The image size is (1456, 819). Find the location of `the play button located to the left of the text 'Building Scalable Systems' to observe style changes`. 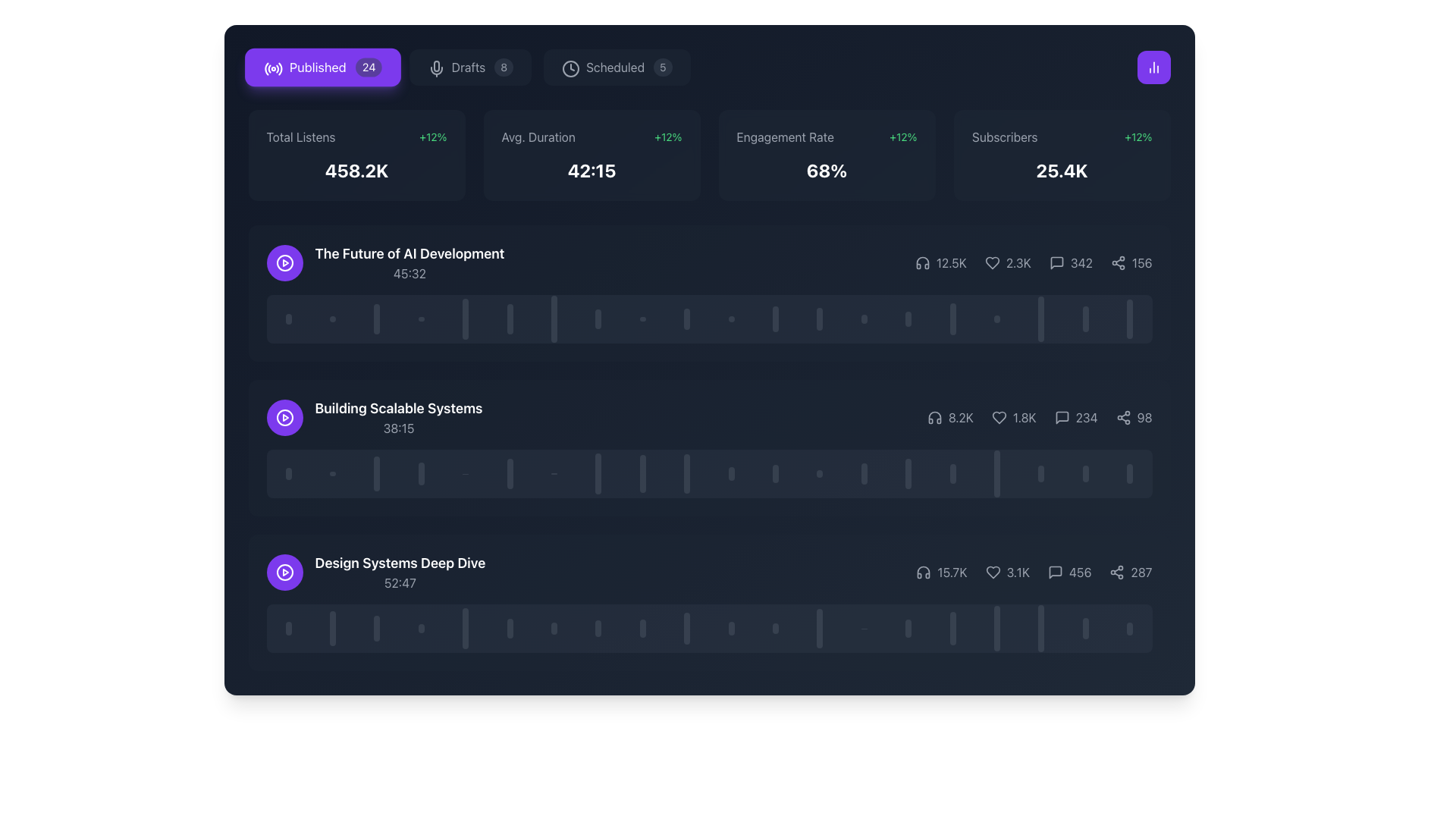

the play button located to the left of the text 'Building Scalable Systems' to observe style changes is located at coordinates (284, 418).